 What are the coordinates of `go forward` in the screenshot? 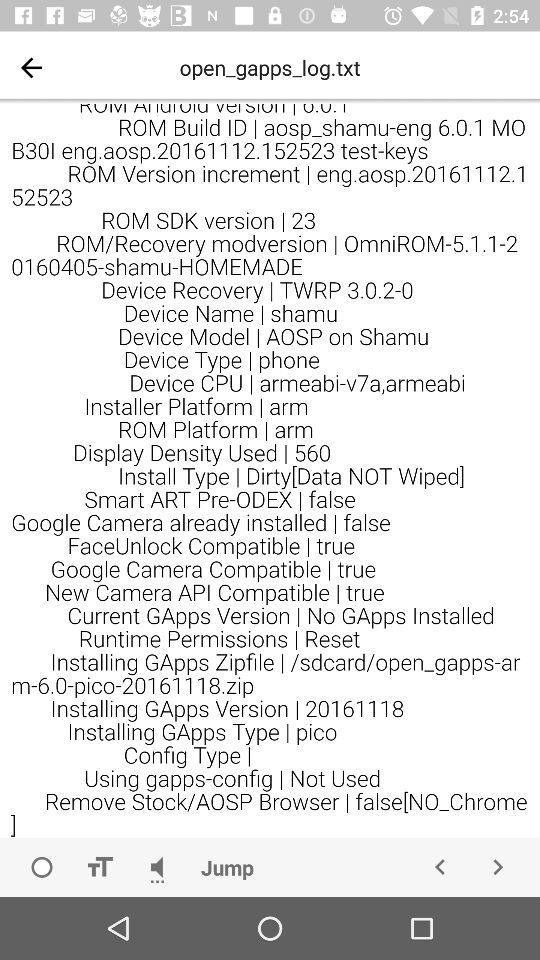 It's located at (496, 866).